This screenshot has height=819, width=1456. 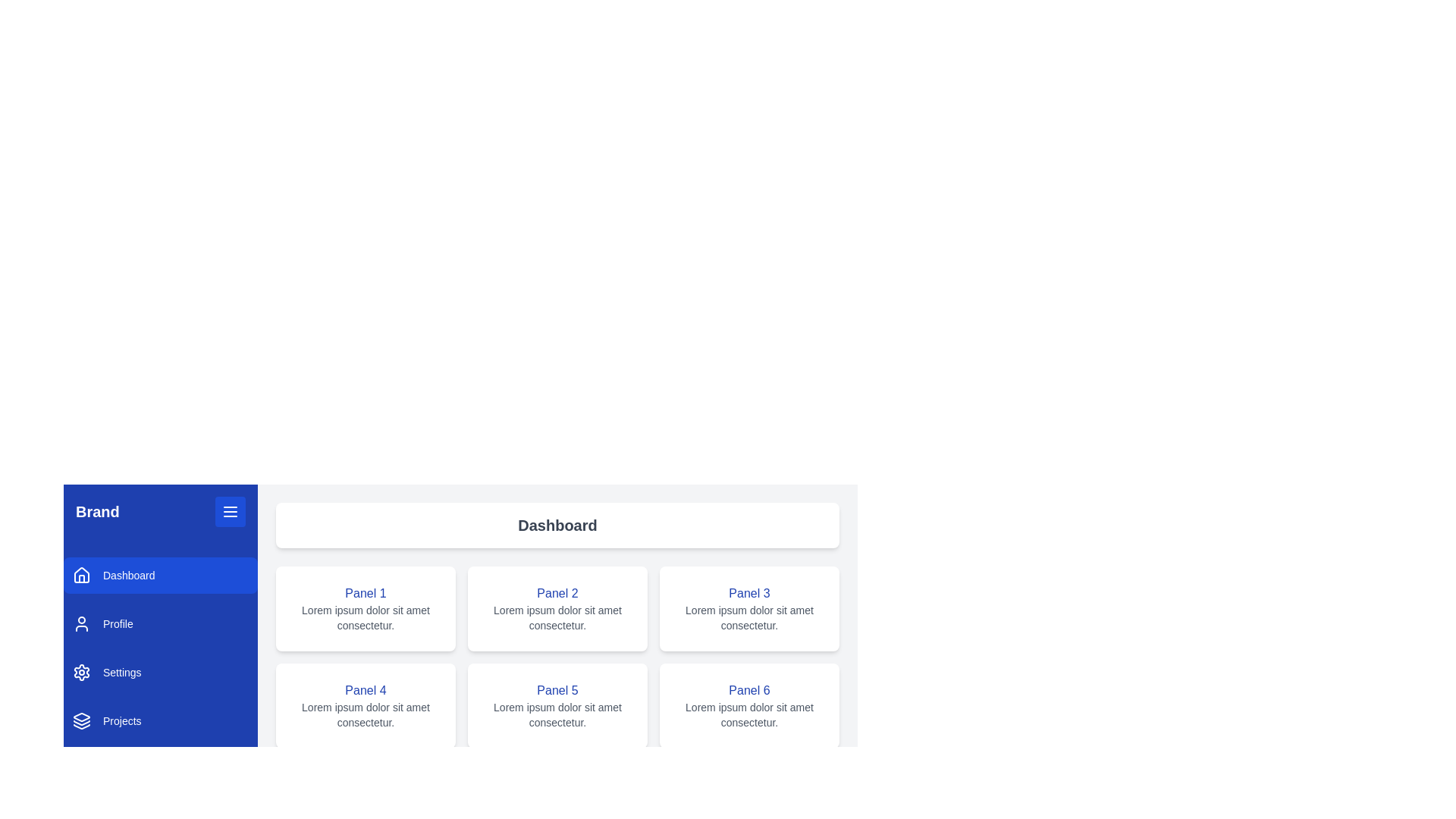 What do you see at coordinates (557, 525) in the screenshot?
I see `the Heading element located at the top center of the content area, which provides context for the section preceding the grid of panels` at bounding box center [557, 525].